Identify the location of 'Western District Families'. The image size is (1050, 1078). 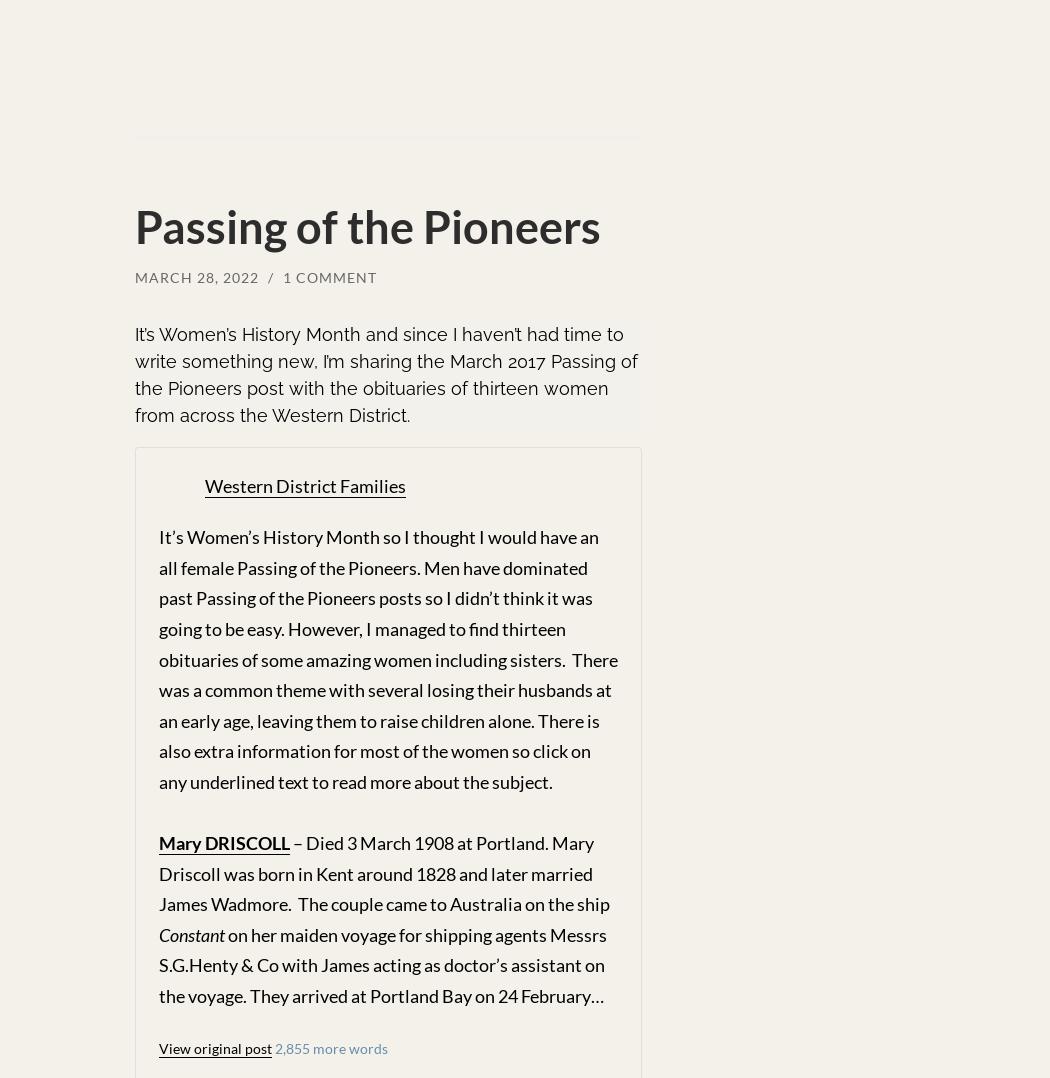
(304, 483).